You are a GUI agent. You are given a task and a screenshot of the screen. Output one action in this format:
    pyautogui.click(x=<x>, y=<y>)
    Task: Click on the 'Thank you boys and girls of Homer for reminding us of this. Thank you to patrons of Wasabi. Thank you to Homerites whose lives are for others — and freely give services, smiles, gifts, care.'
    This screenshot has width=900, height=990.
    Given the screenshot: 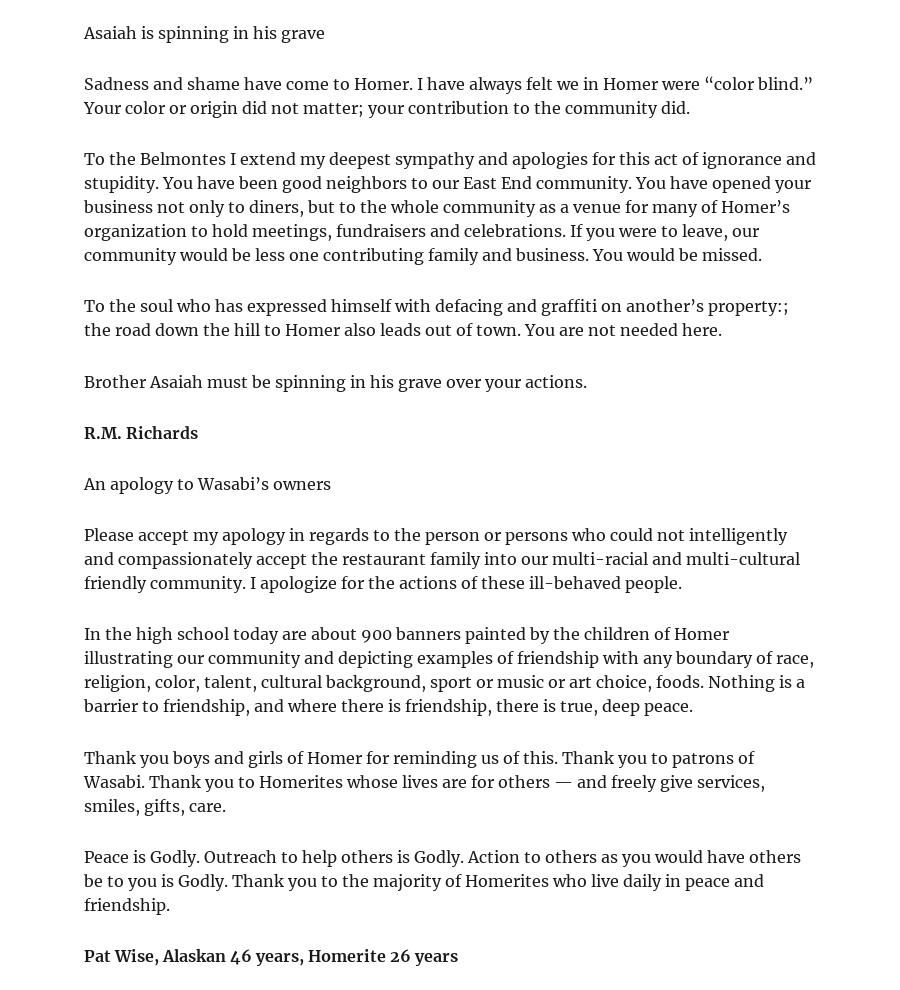 What is the action you would take?
    pyautogui.click(x=424, y=781)
    